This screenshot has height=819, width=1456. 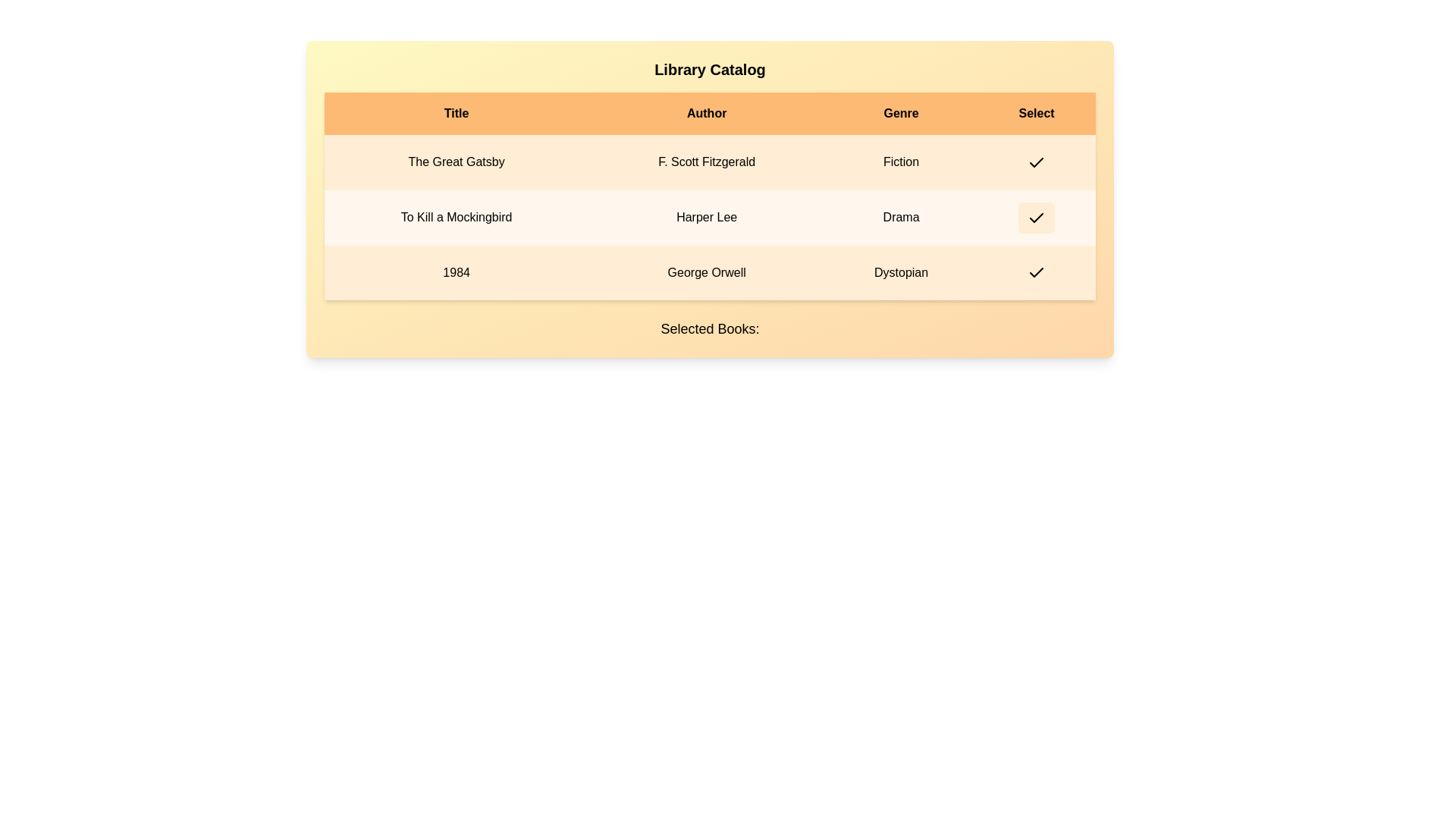 What do you see at coordinates (1036, 273) in the screenshot?
I see `the checkmark icon in the 'Select' column corresponding to the row for '1984' by George Orwell` at bounding box center [1036, 273].